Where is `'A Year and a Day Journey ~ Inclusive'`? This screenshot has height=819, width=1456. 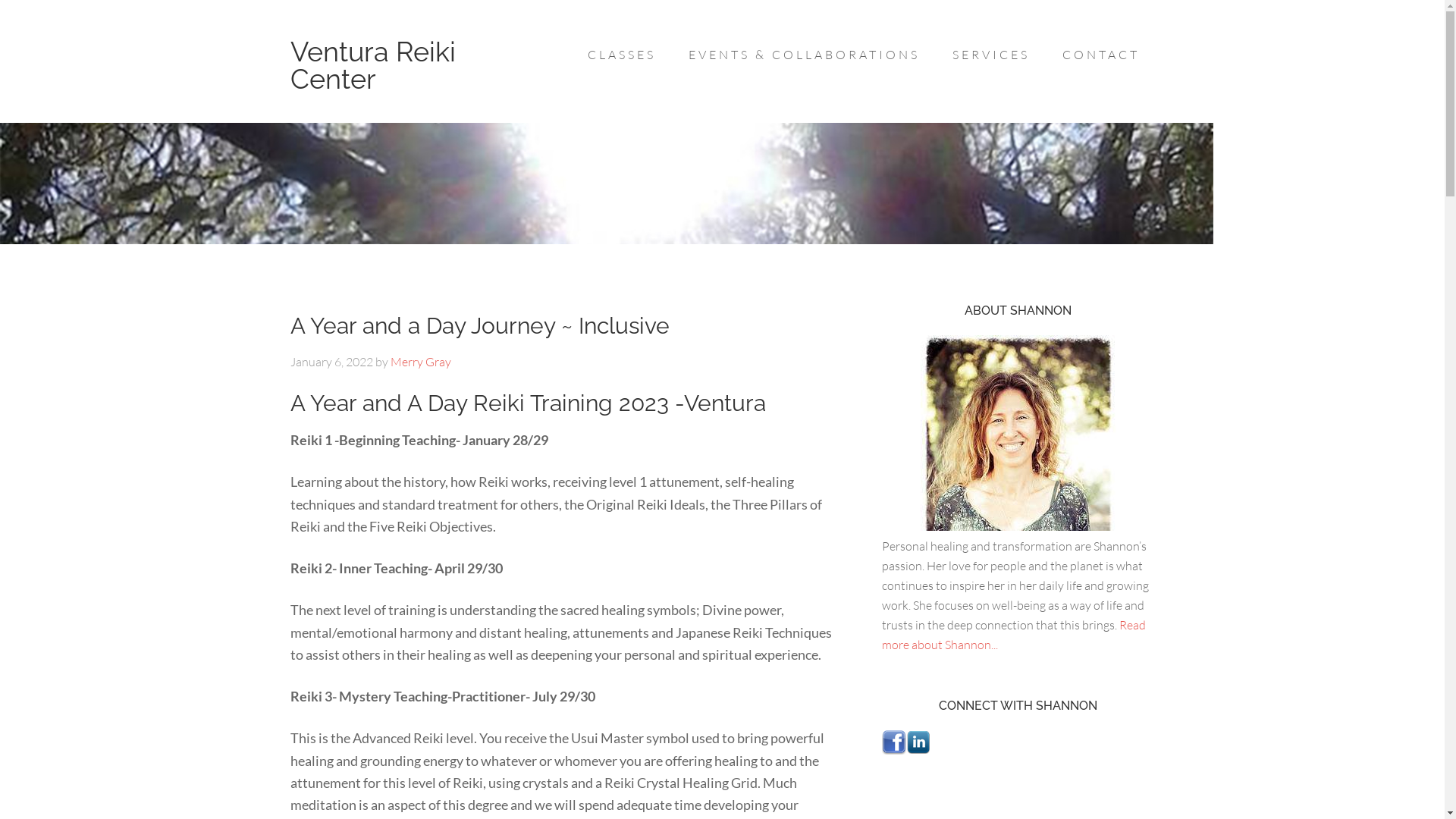
'A Year and a Day Journey ~ Inclusive' is located at coordinates (479, 325).